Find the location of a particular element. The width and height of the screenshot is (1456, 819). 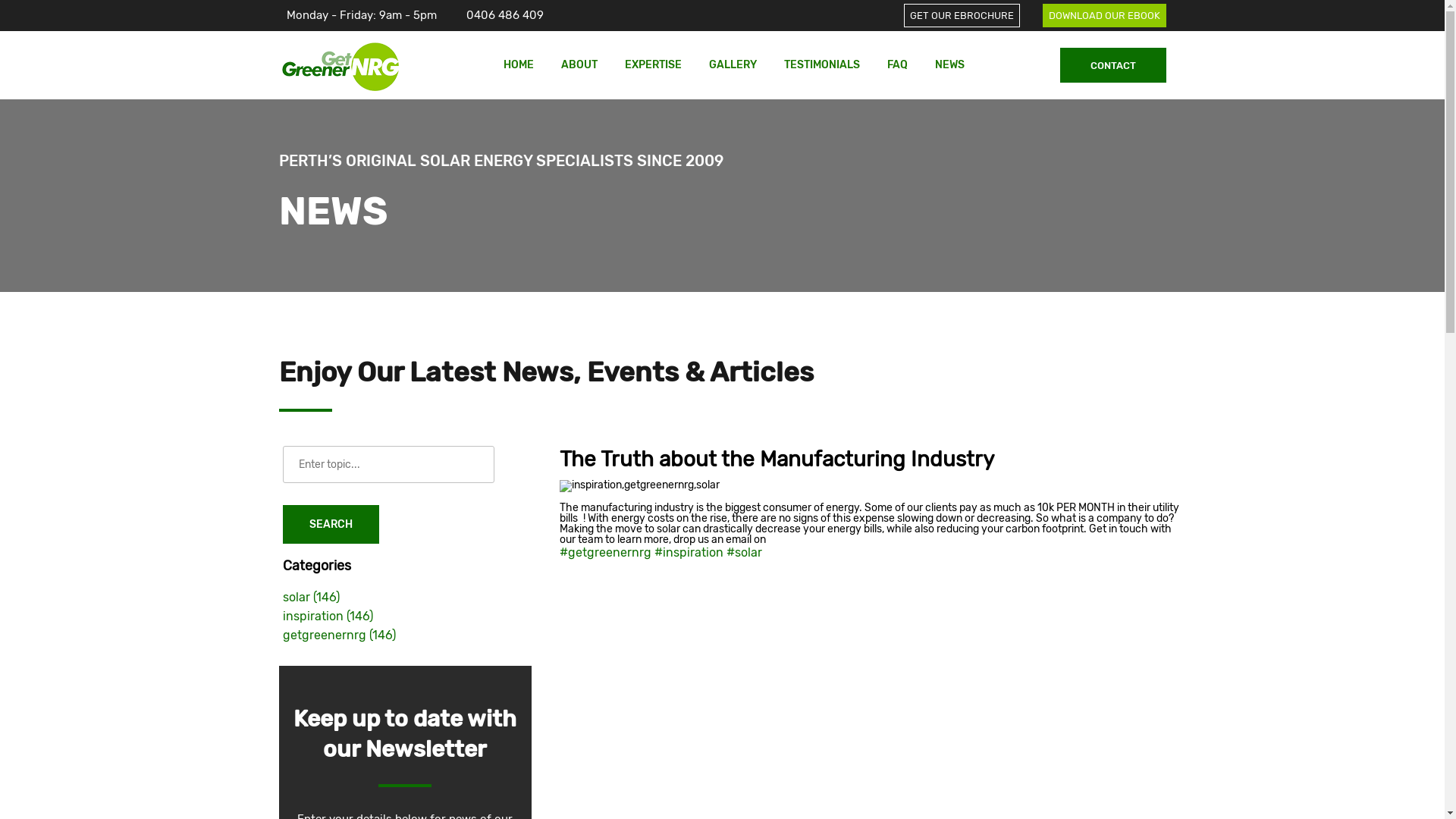

'DOWNLOAD OUR EBOOK' is located at coordinates (1103, 14).